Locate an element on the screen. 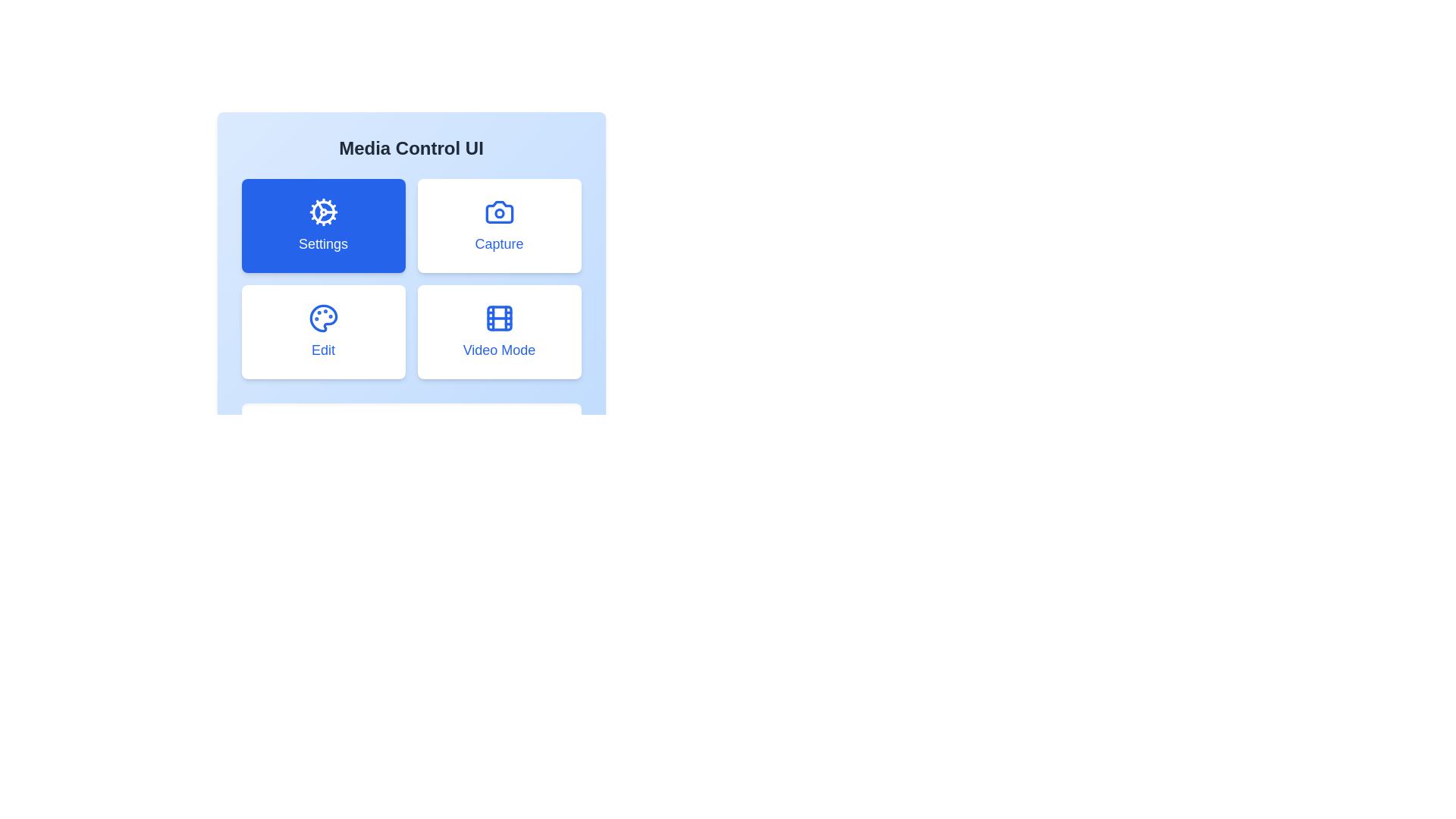 Image resolution: width=1456 pixels, height=819 pixels. the button corresponding to Edit is located at coordinates (322, 331).